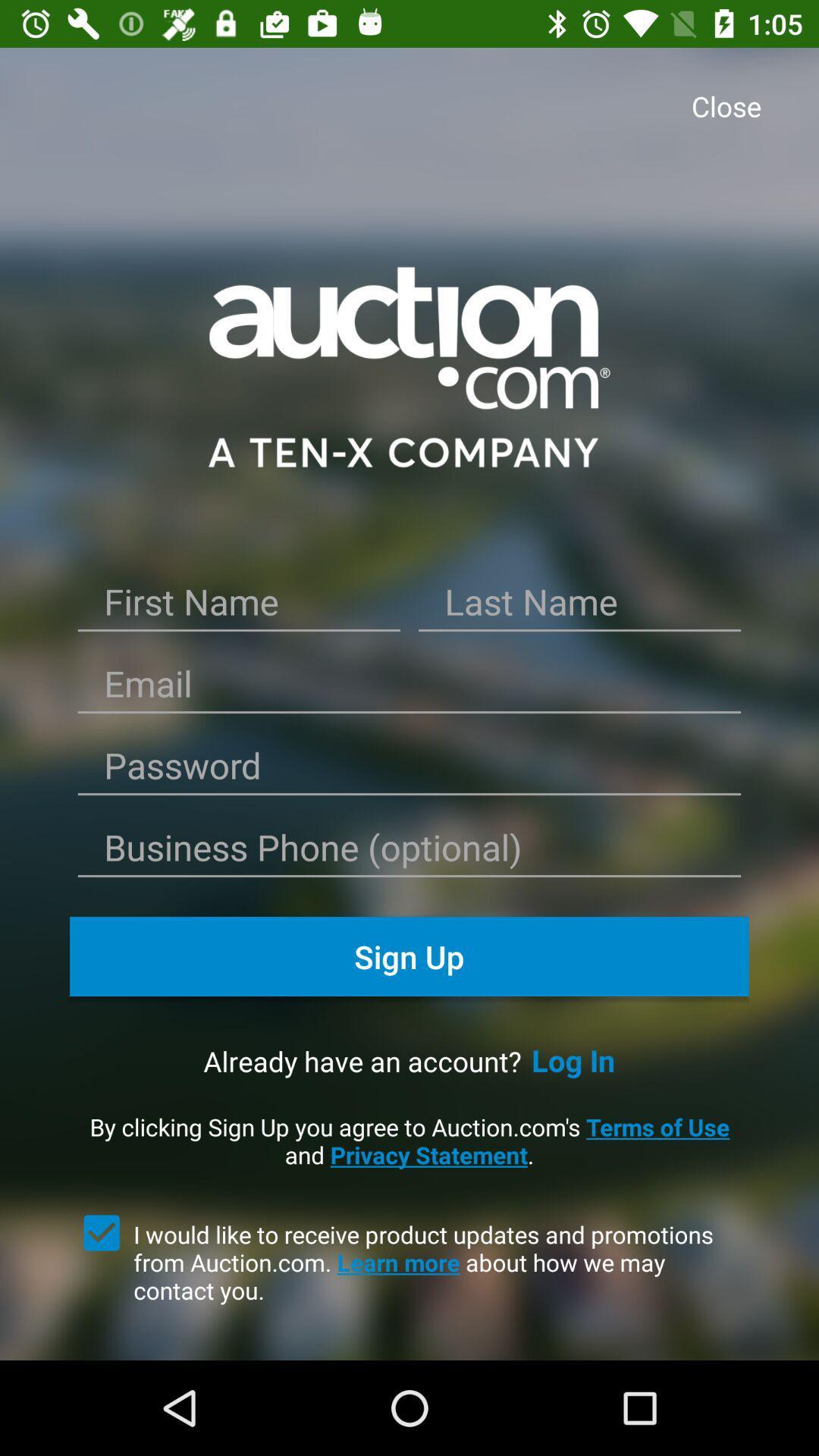  I want to click on the item below the log in item, so click(409, 1141).